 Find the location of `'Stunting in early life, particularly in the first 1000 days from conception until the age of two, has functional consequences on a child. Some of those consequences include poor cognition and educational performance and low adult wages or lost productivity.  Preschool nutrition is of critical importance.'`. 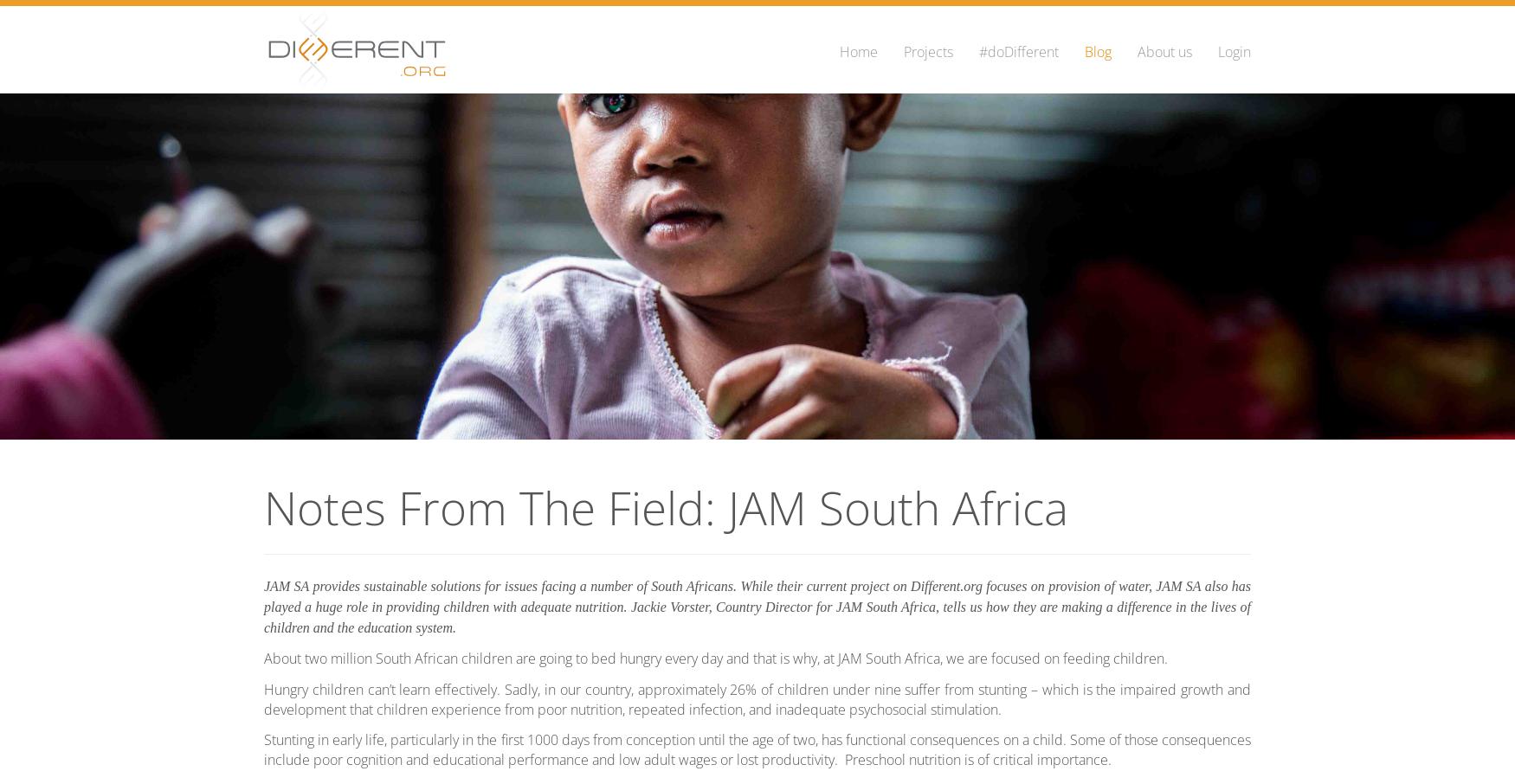

'Stunting in early life, particularly in the first 1000 days from conception until the age of two, has functional consequences on a child. Some of those consequences include poor cognition and educational performance and low adult wages or lost productivity.  Preschool nutrition is of critical importance.' is located at coordinates (263, 749).